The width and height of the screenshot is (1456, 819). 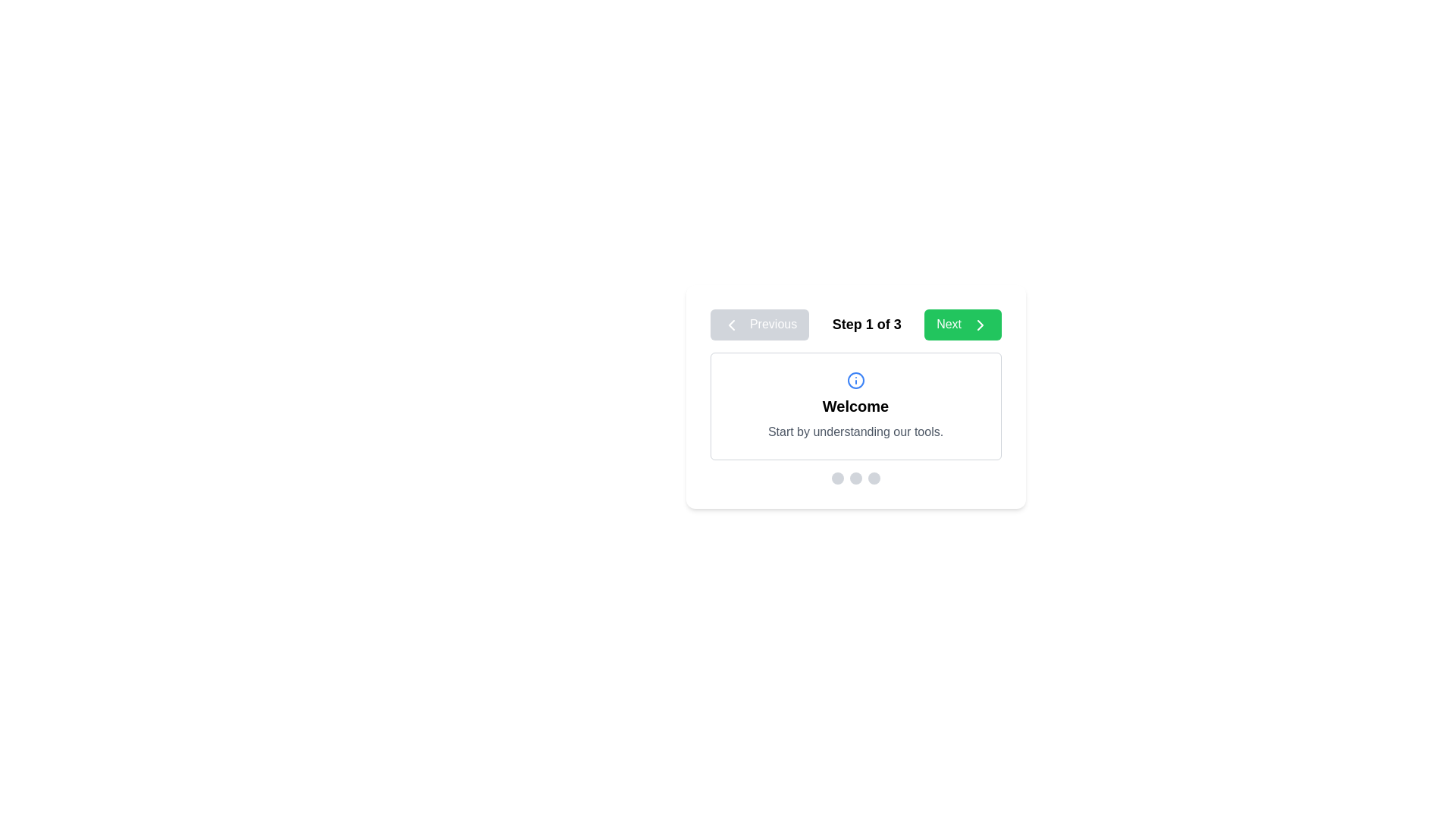 What do you see at coordinates (836, 478) in the screenshot?
I see `the first circular progress indicator, which is highlighted in blue and located at the bottom center of the interface, beneath the 'Welcome' message` at bounding box center [836, 478].